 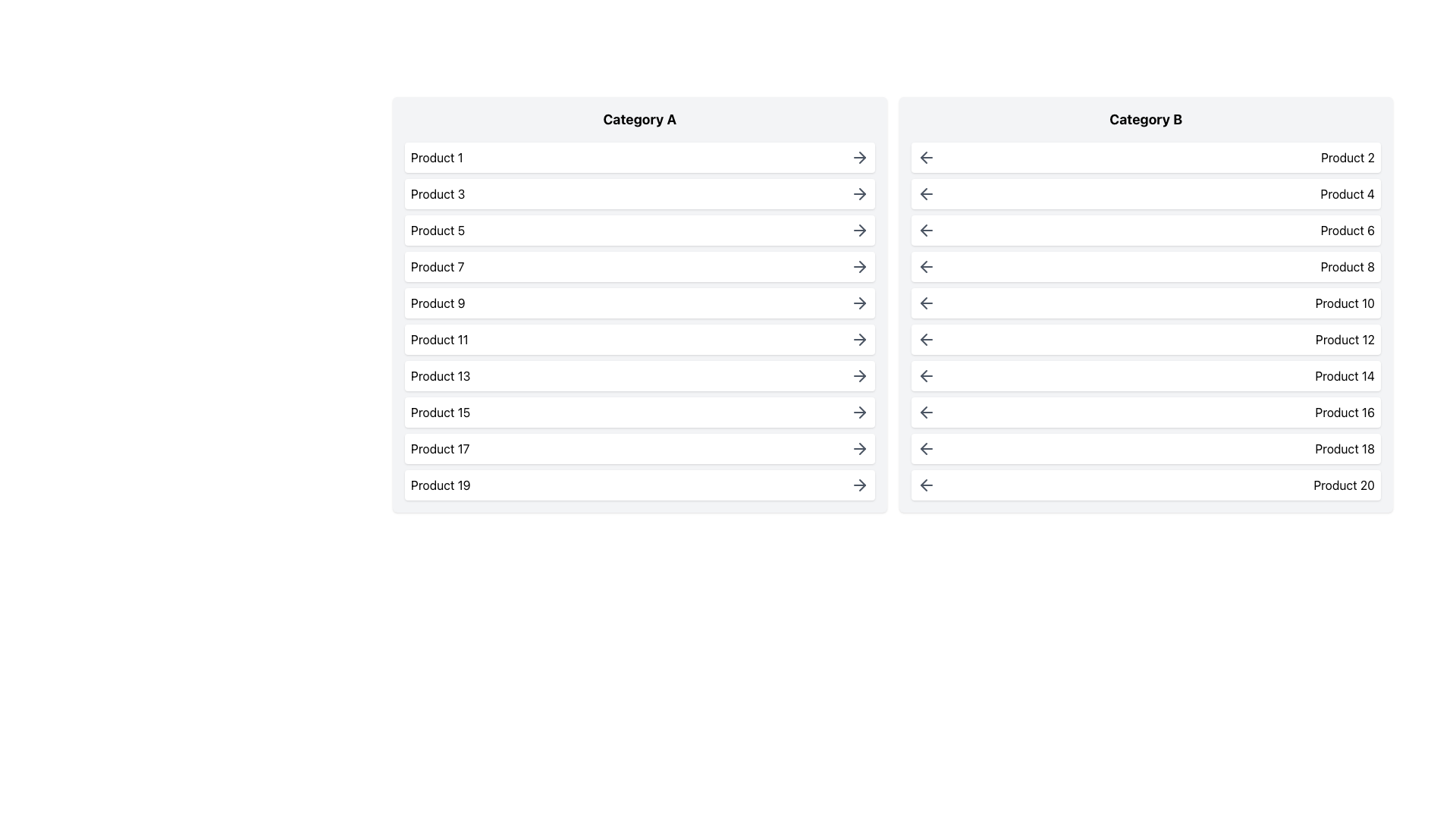 What do you see at coordinates (639, 265) in the screenshot?
I see `the list item representing 'Product 7', which is the fourth item in the 'Category A' column, located between 'Product 5' and 'Product 9'` at bounding box center [639, 265].